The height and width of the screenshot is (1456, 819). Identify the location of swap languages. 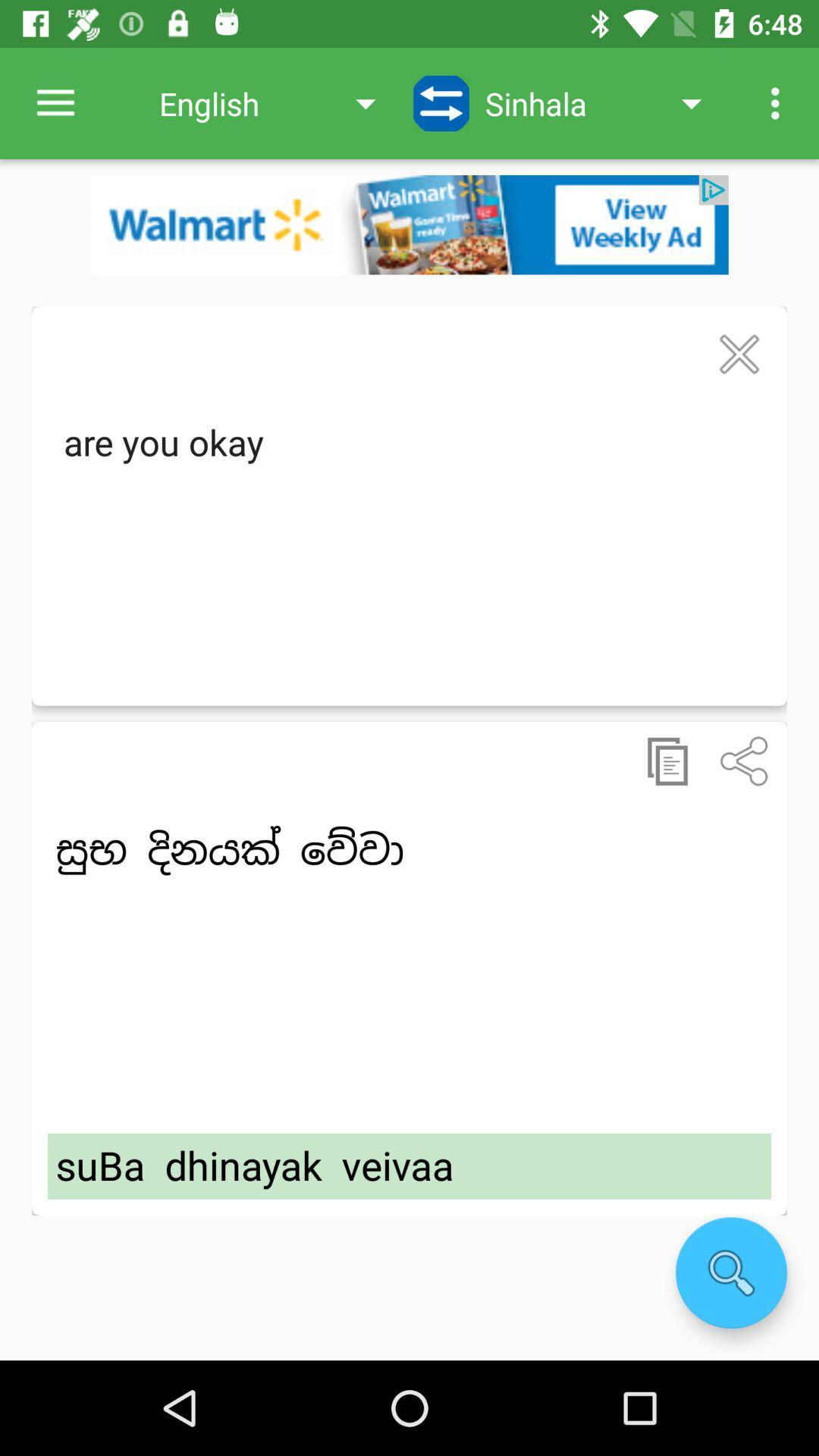
(441, 102).